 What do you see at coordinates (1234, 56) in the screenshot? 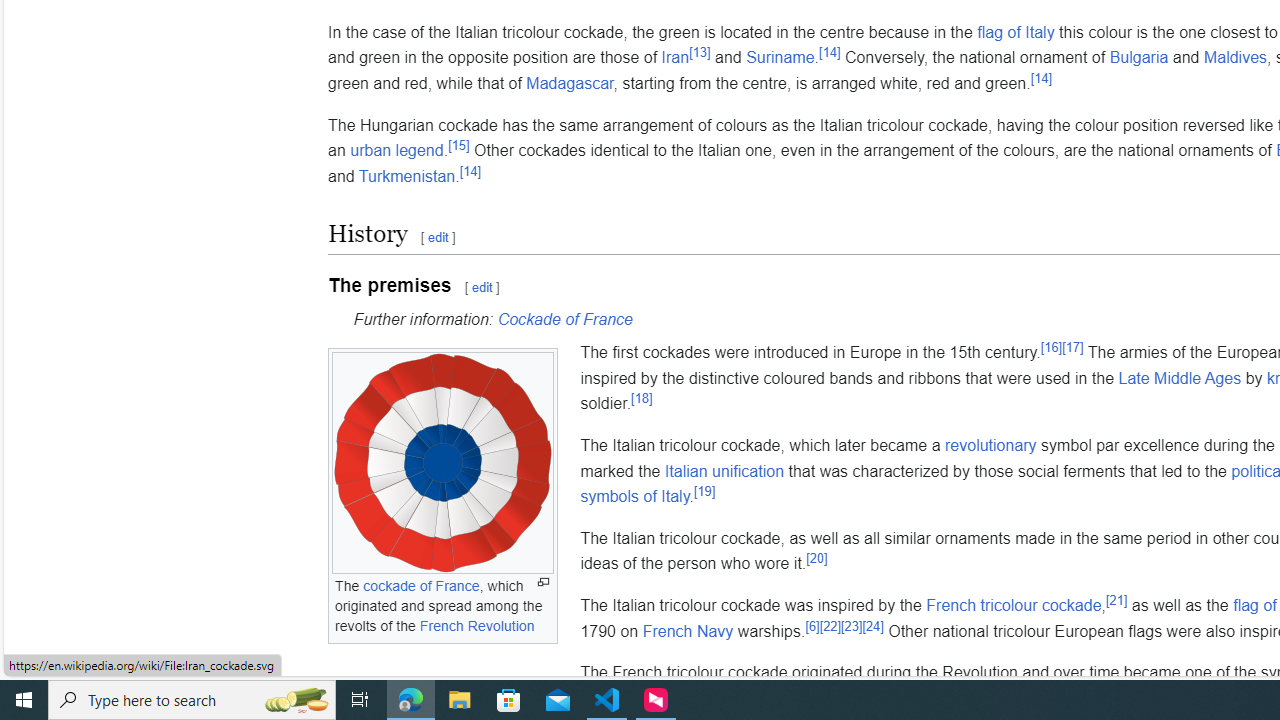
I see `'Maldives'` at bounding box center [1234, 56].